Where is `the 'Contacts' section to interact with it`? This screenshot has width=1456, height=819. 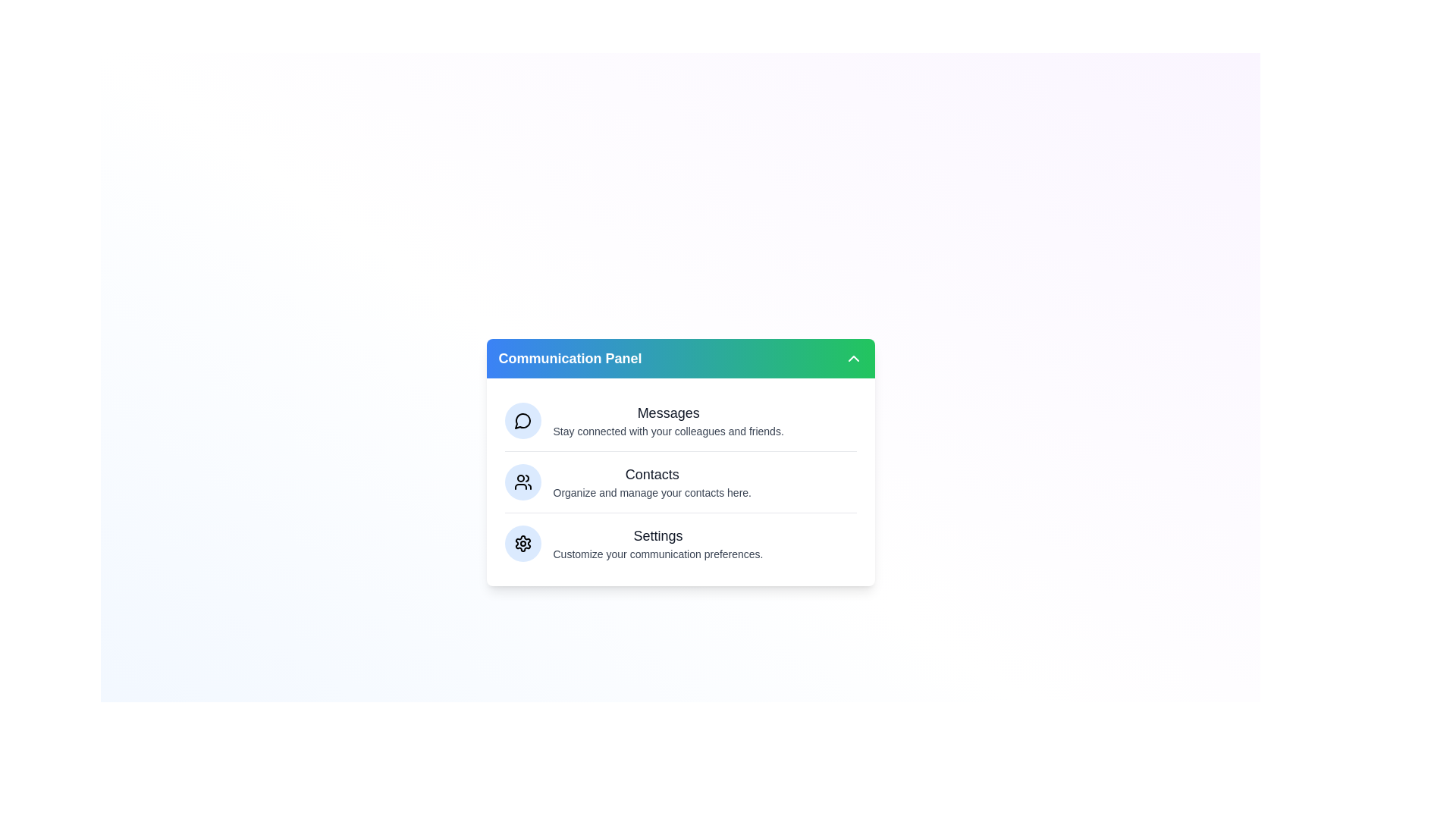 the 'Contacts' section to interact with it is located at coordinates (679, 482).